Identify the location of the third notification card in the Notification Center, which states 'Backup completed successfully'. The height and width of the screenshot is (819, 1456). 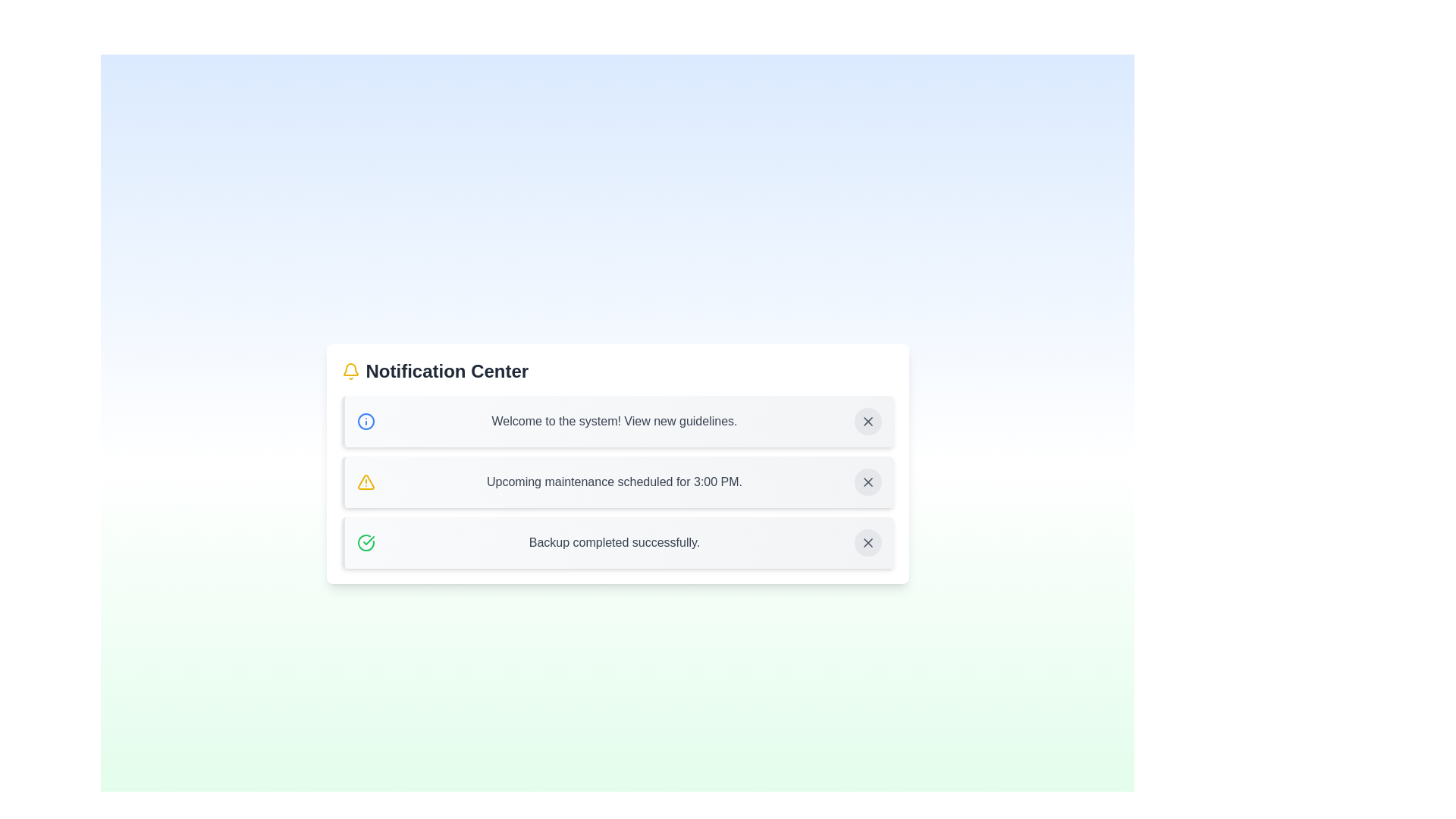
(617, 542).